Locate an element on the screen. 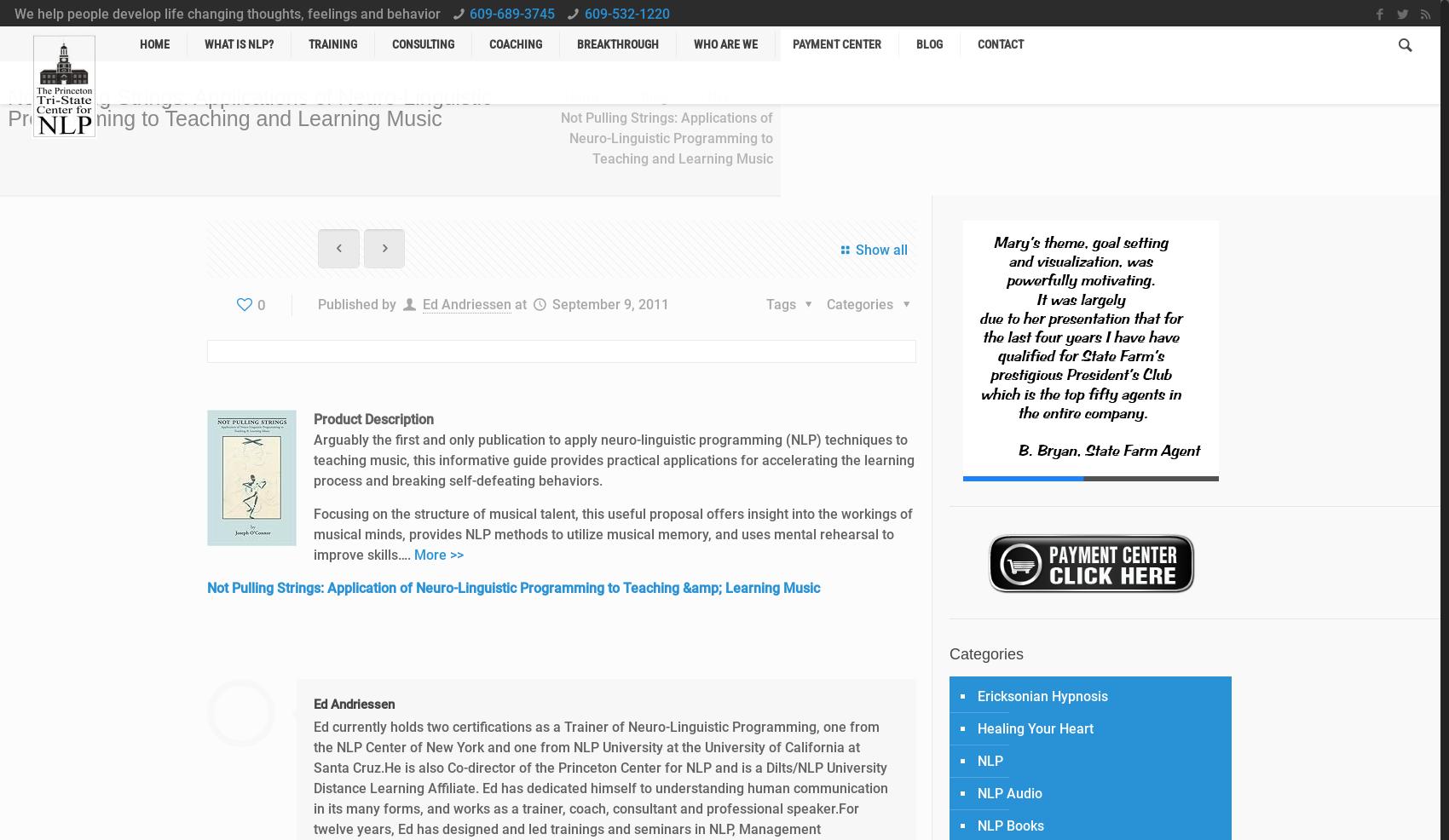 This screenshot has width=1449, height=840. 'Not Pulling Strings: Application of Neuro-Linguistic Programming to Teaching &amp; Learning Music' is located at coordinates (206, 587).